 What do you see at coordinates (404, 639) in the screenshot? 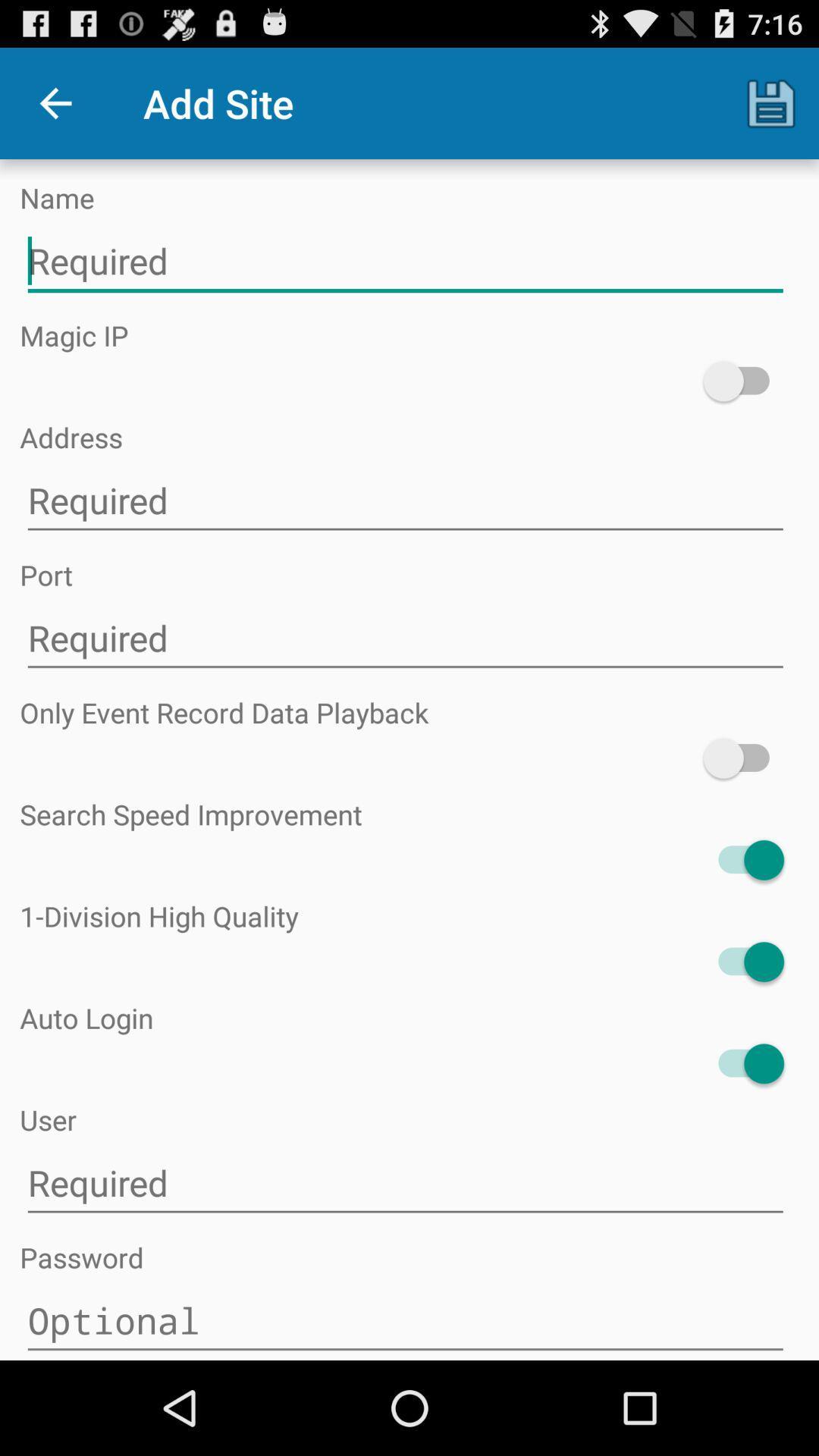
I see `line to enter your port number` at bounding box center [404, 639].